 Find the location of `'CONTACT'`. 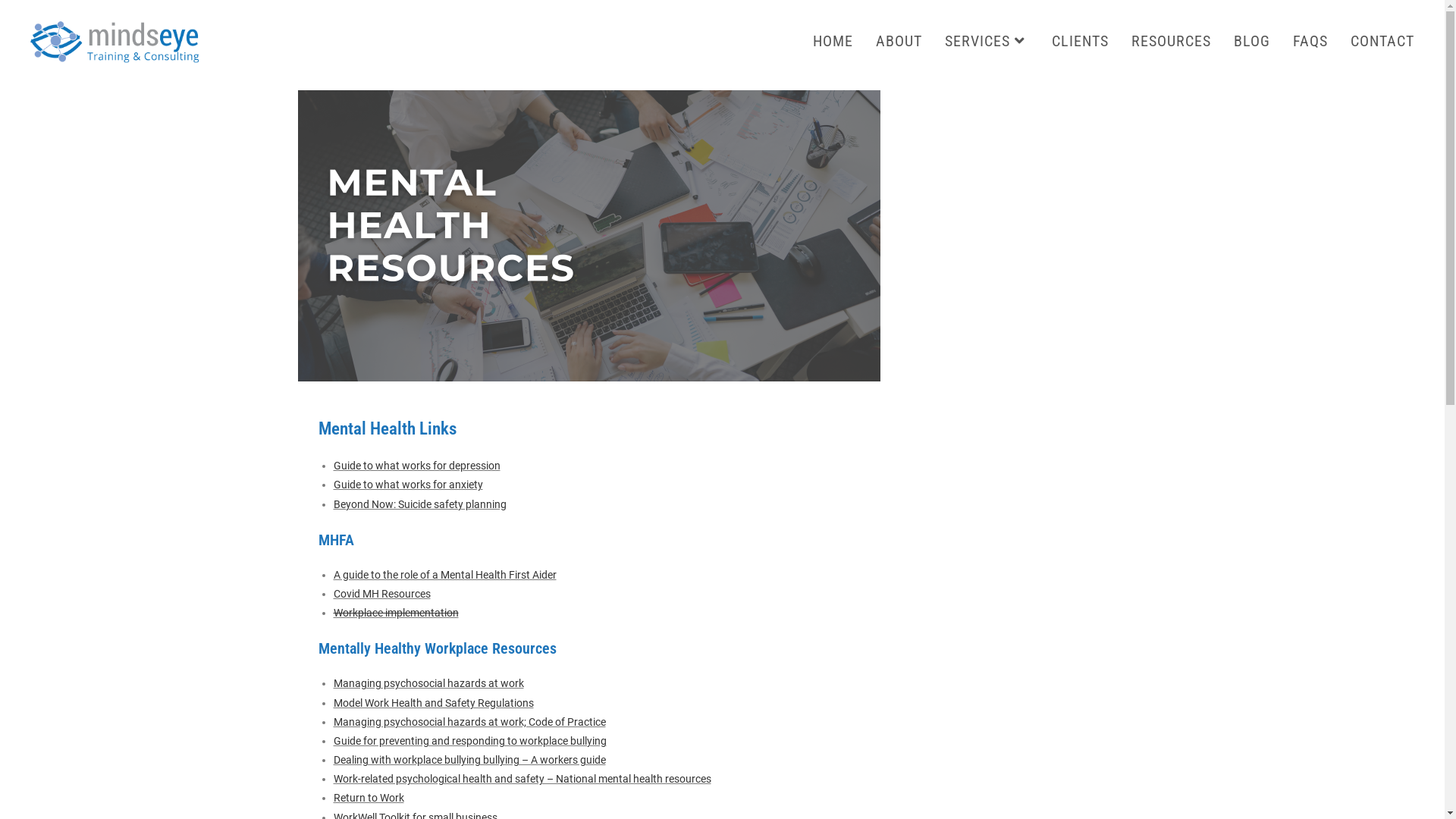

'CONTACT' is located at coordinates (1382, 40).